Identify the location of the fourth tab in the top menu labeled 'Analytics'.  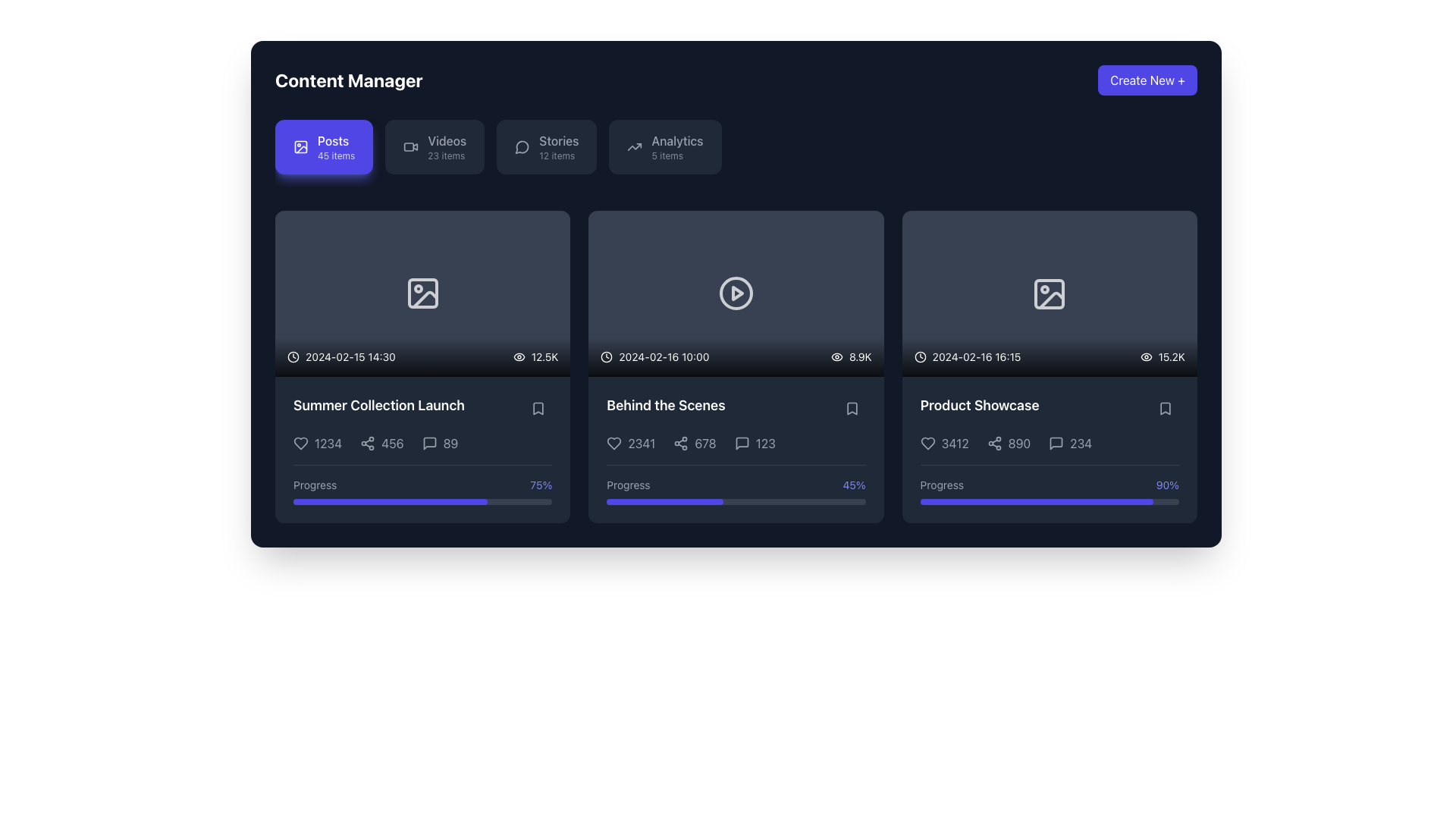
(676, 140).